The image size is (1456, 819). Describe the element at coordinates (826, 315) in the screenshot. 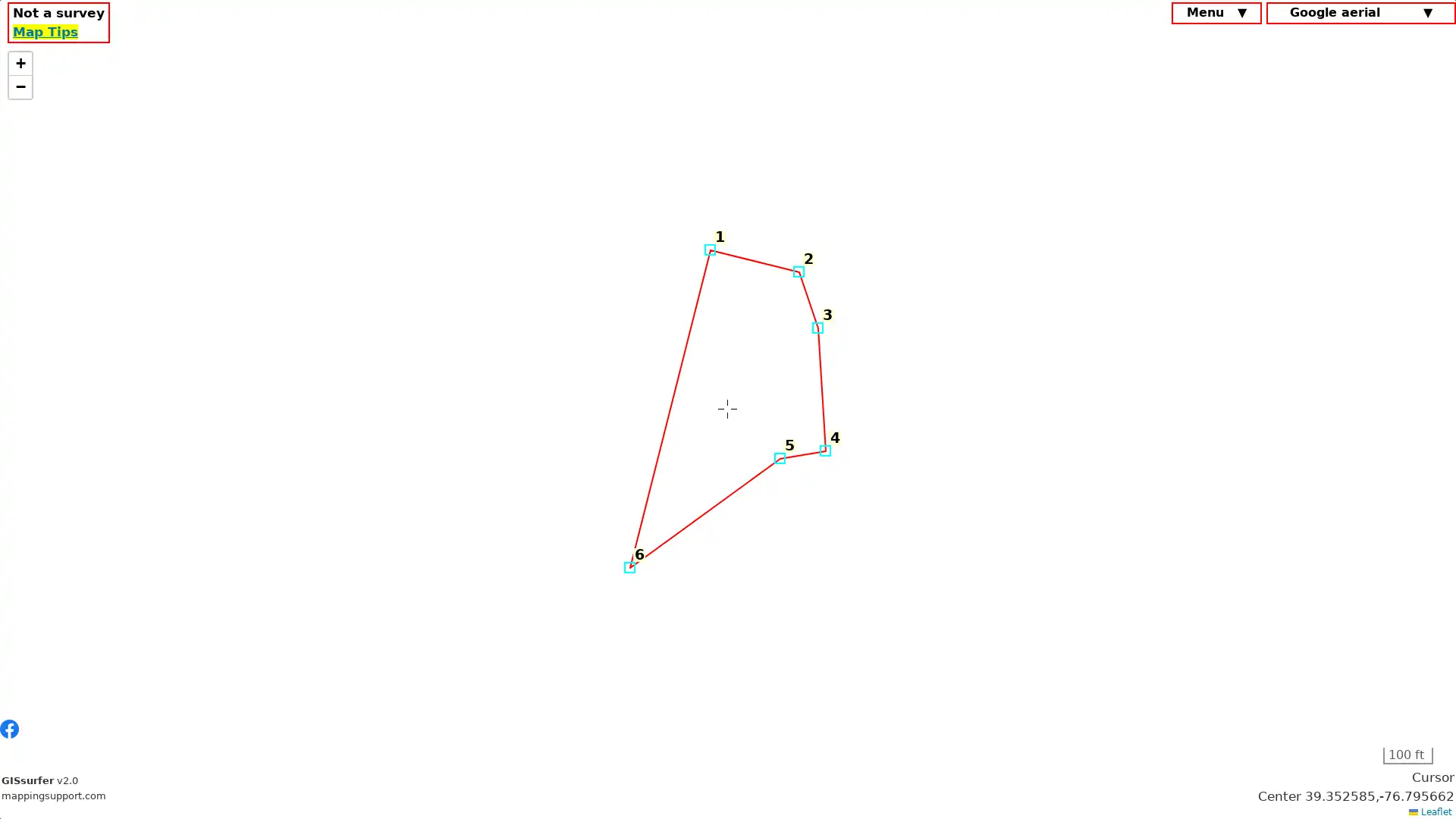

I see `3` at that location.